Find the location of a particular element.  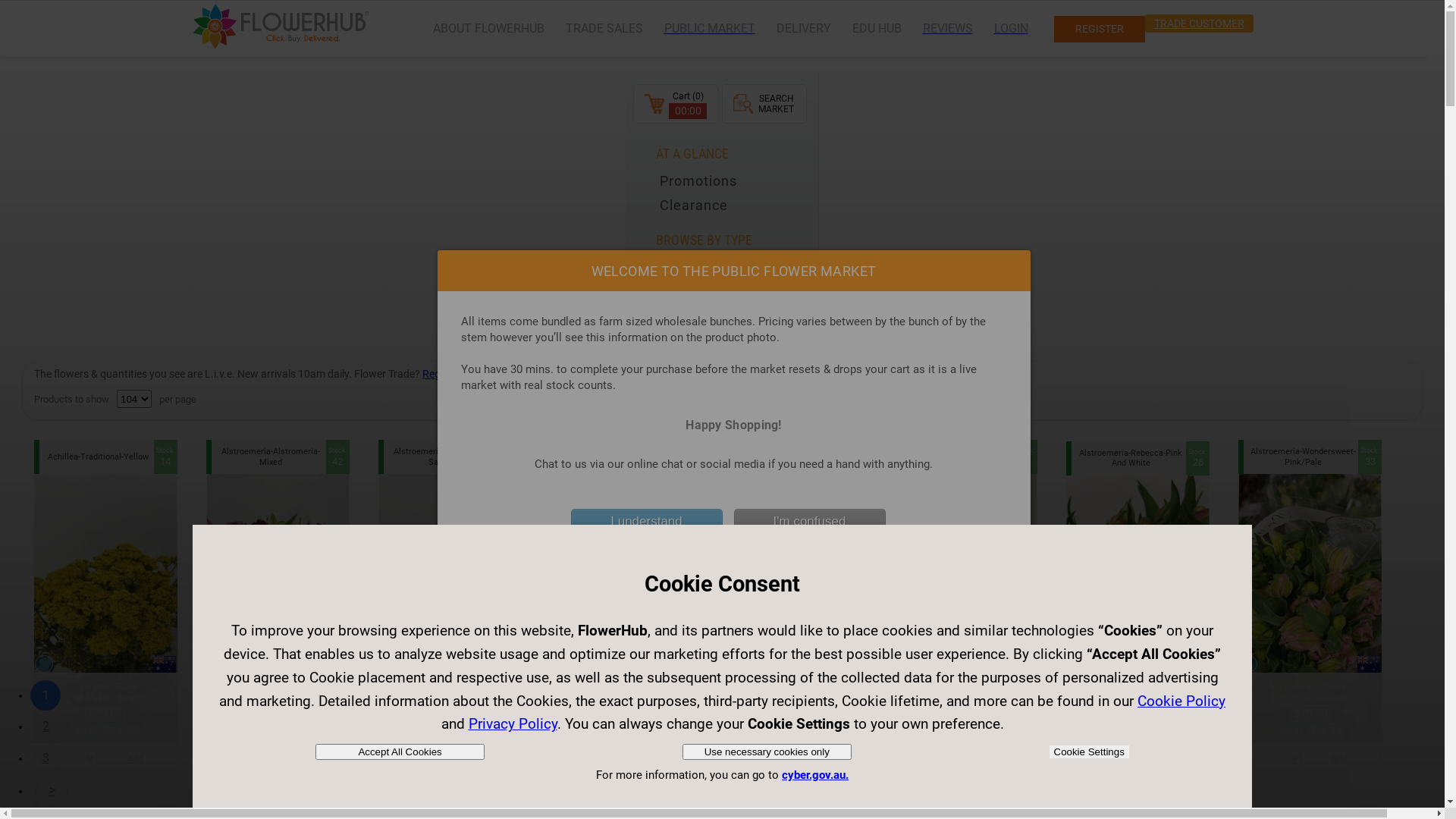

'Clearance' is located at coordinates (659, 205).